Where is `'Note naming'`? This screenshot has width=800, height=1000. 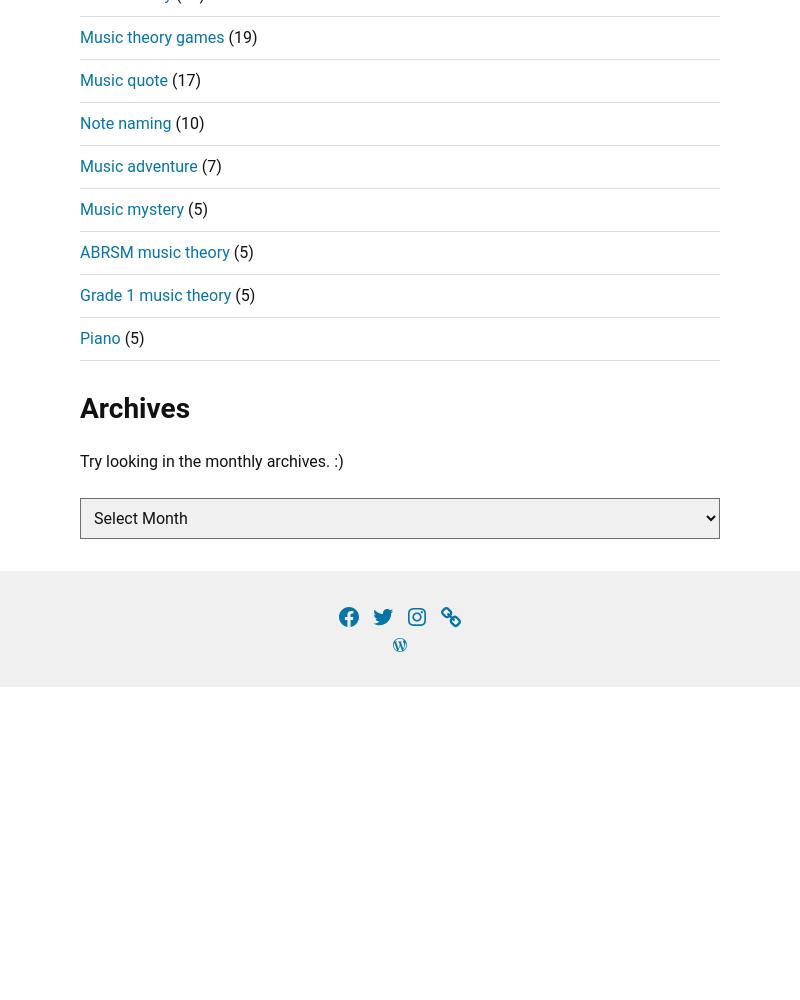 'Note naming' is located at coordinates (80, 121).